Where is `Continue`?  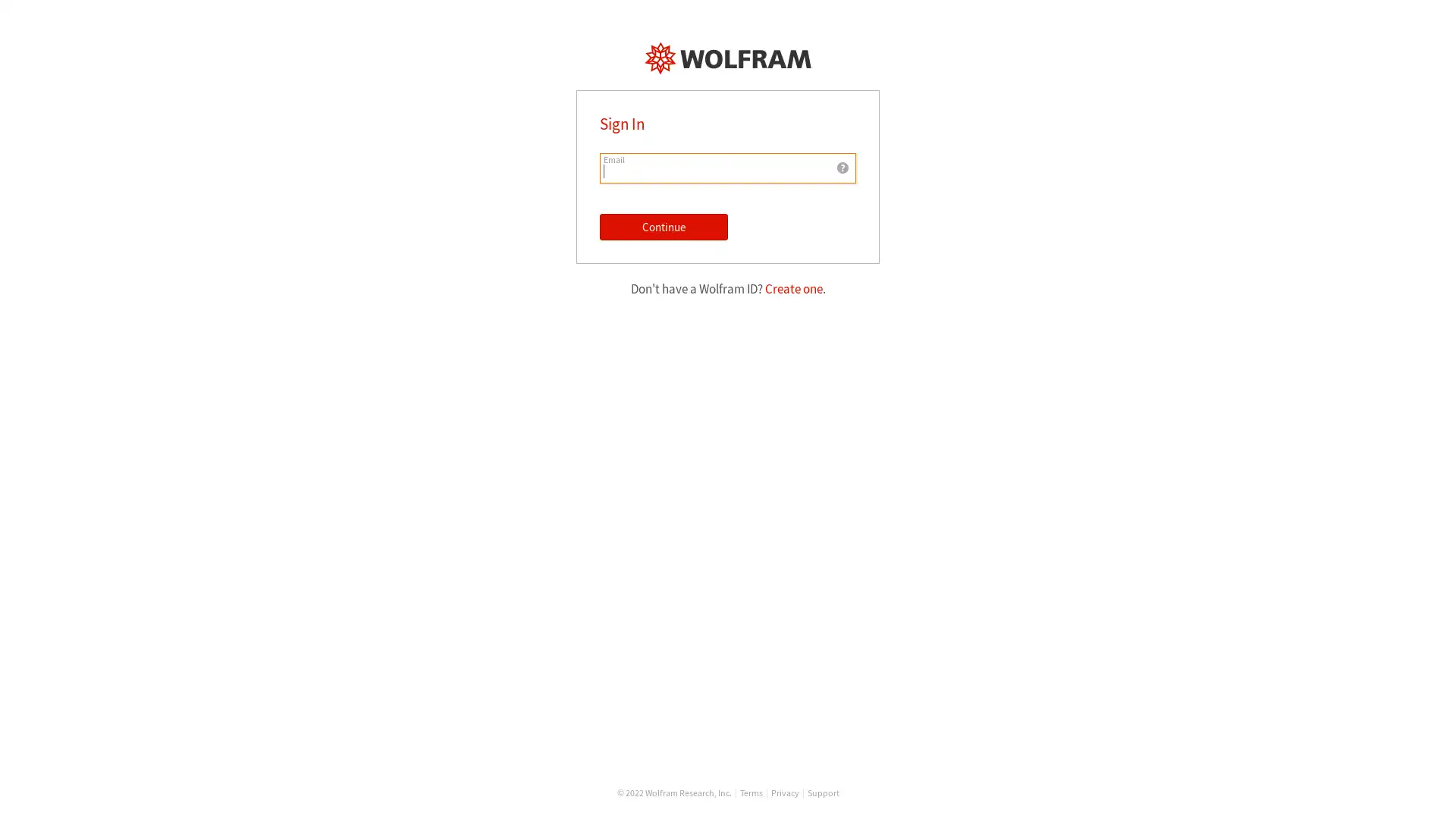 Continue is located at coordinates (664, 227).